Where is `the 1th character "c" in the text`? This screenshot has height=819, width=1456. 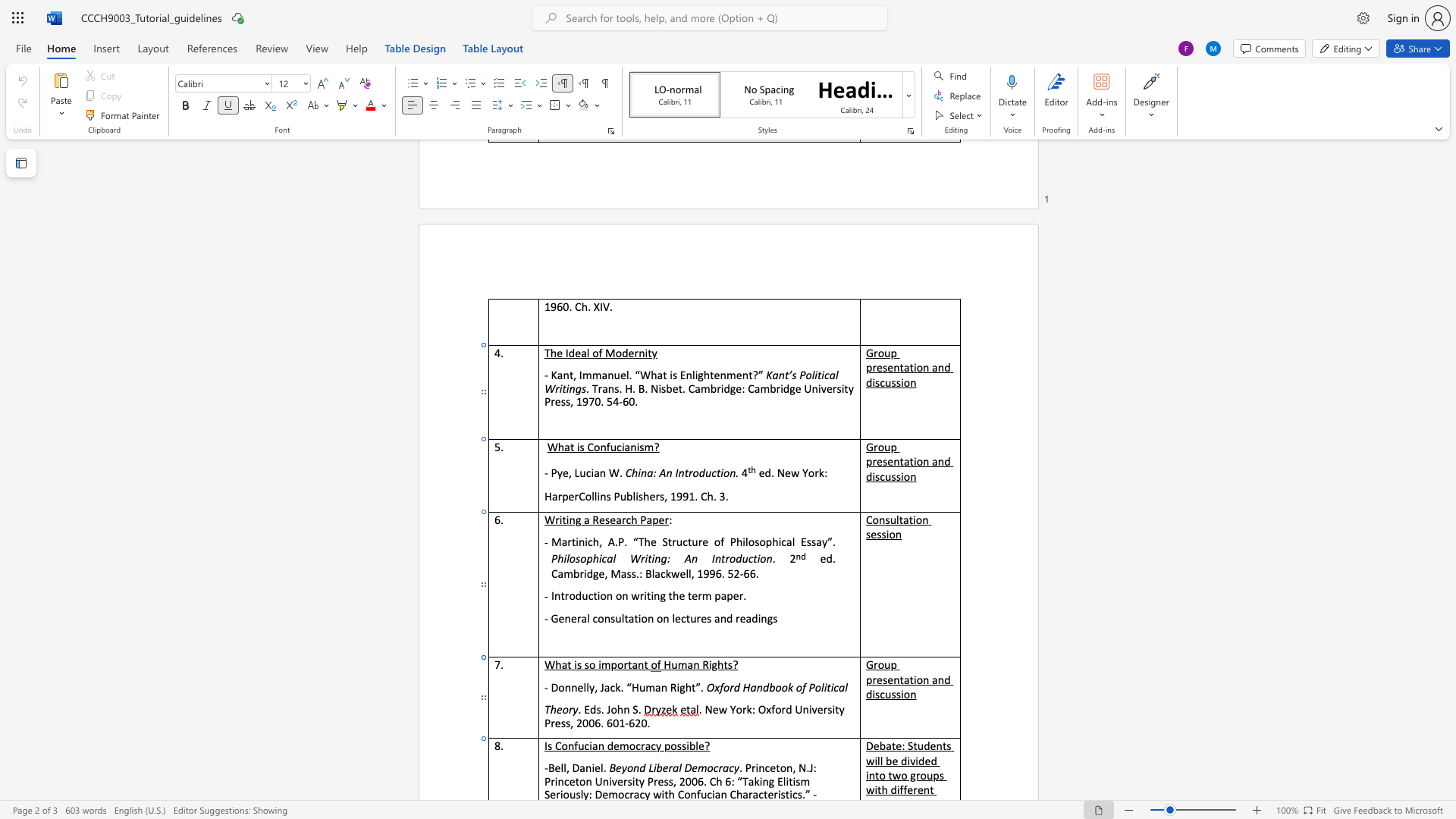 the 1th character "c" in the text is located at coordinates (835, 687).